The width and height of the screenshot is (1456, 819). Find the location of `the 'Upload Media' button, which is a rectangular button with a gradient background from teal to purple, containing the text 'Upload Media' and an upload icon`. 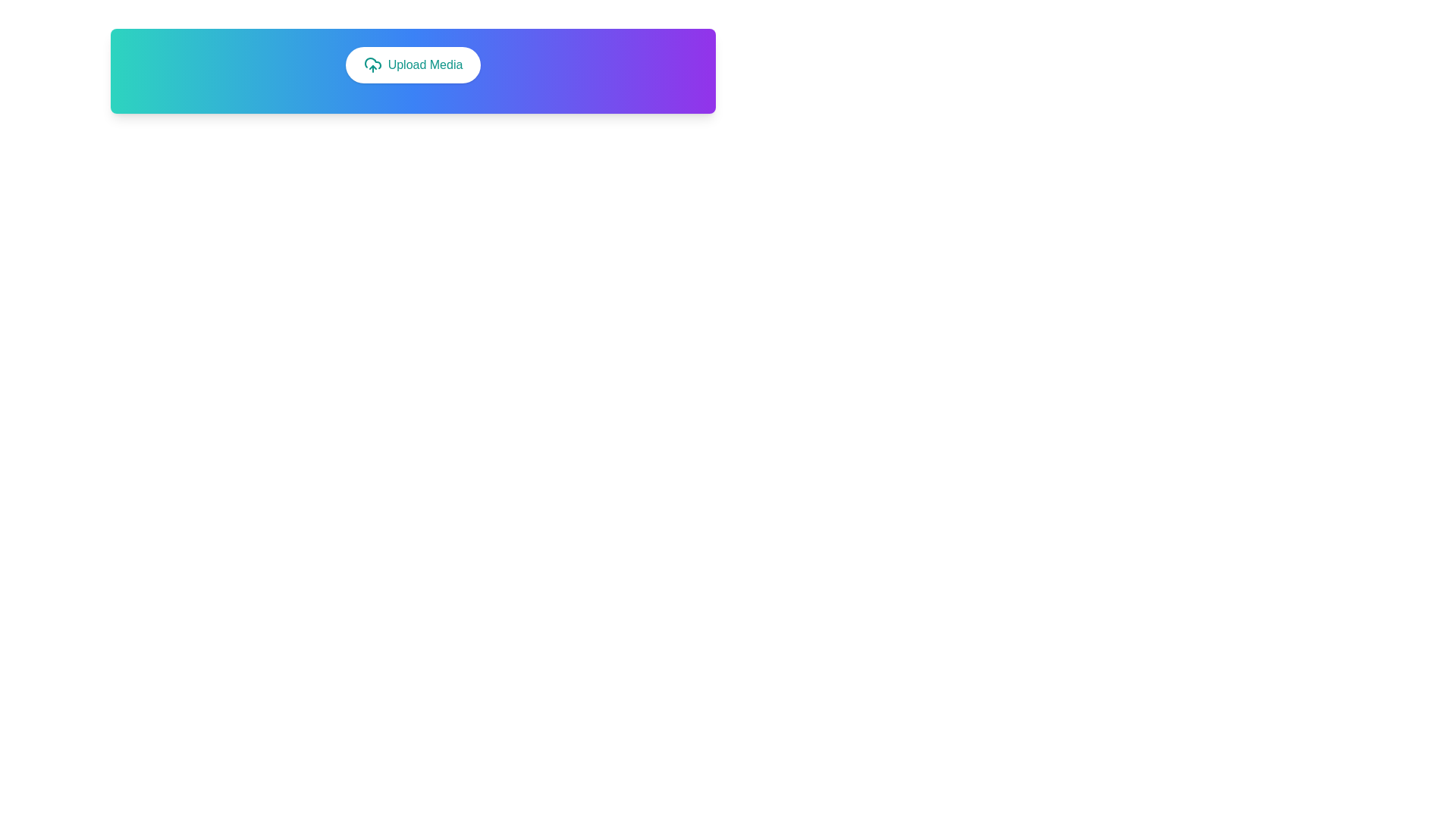

the 'Upload Media' button, which is a rectangular button with a gradient background from teal to purple, containing the text 'Upload Media' and an upload icon is located at coordinates (413, 71).